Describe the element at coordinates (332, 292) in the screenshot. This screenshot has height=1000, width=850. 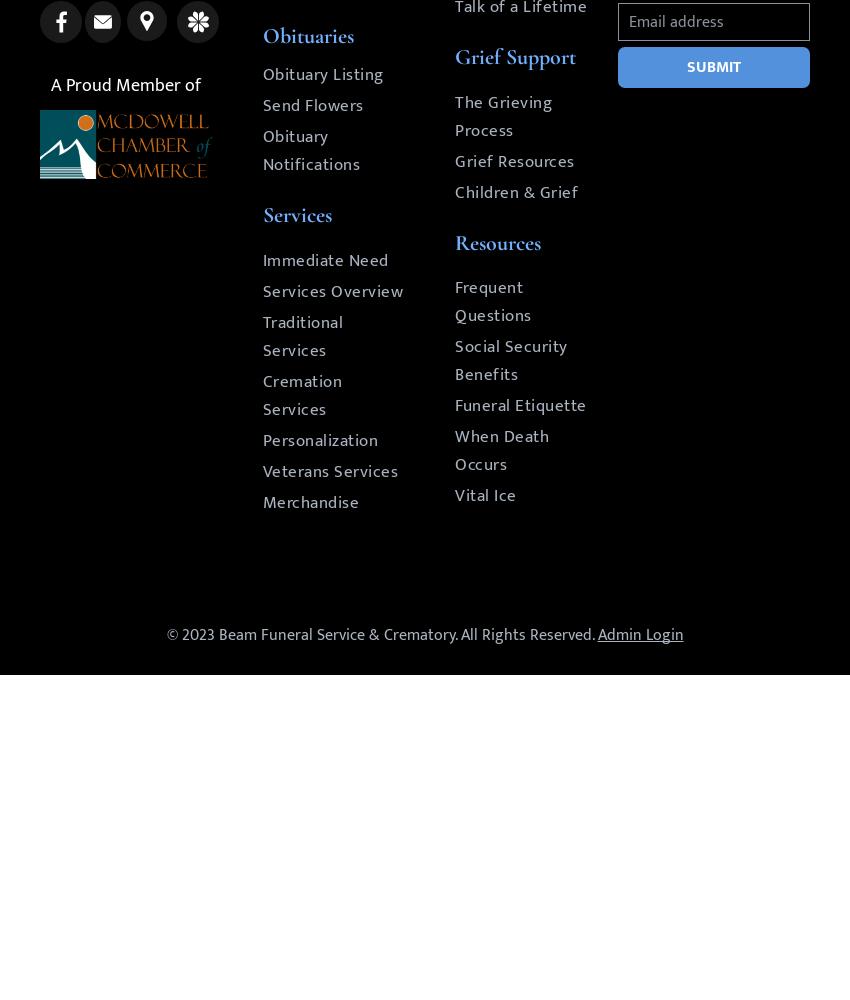
I see `'Services Overview'` at that location.